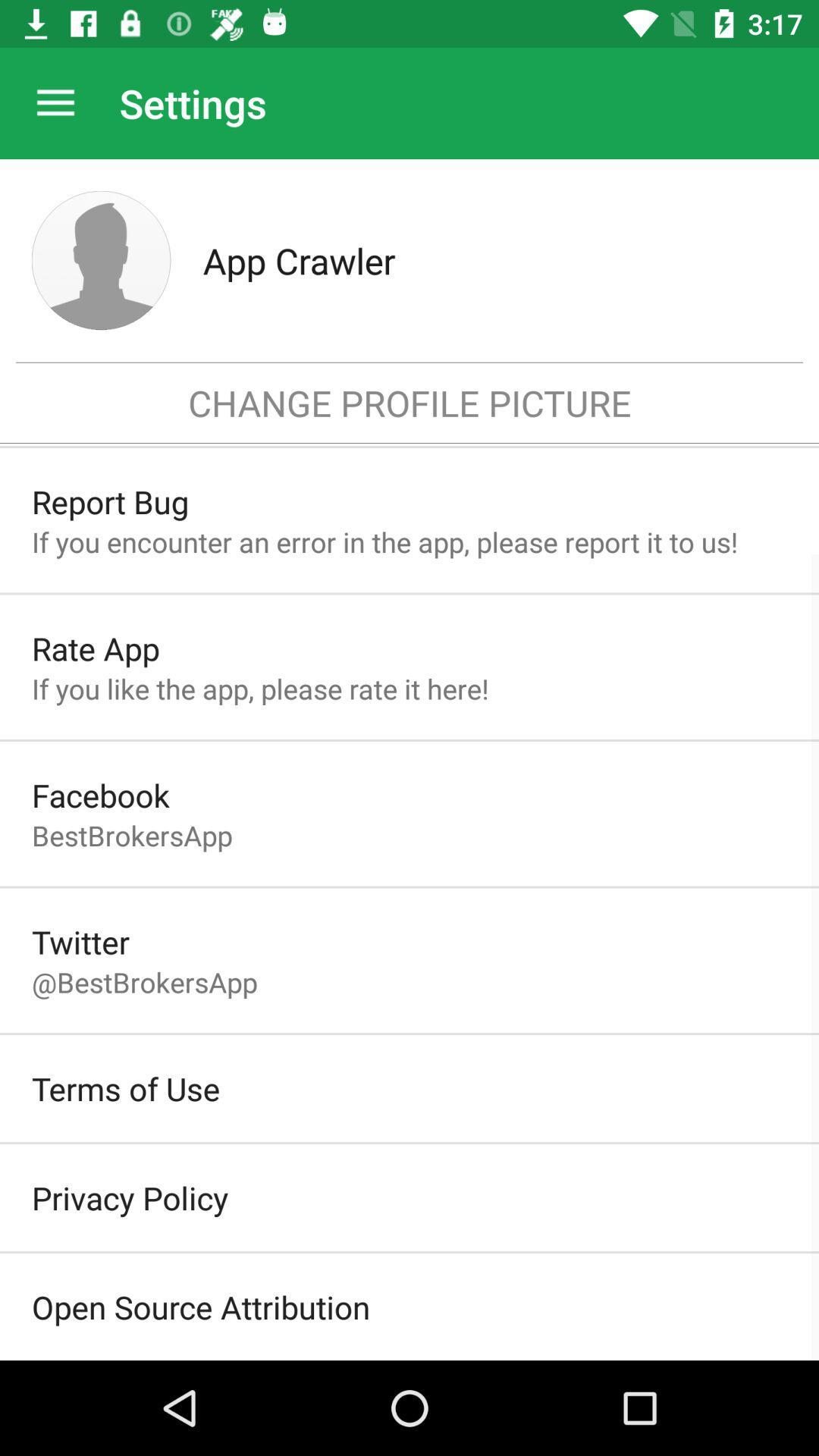 This screenshot has width=819, height=1456. Describe the element at coordinates (101, 260) in the screenshot. I see `the avatar icon` at that location.